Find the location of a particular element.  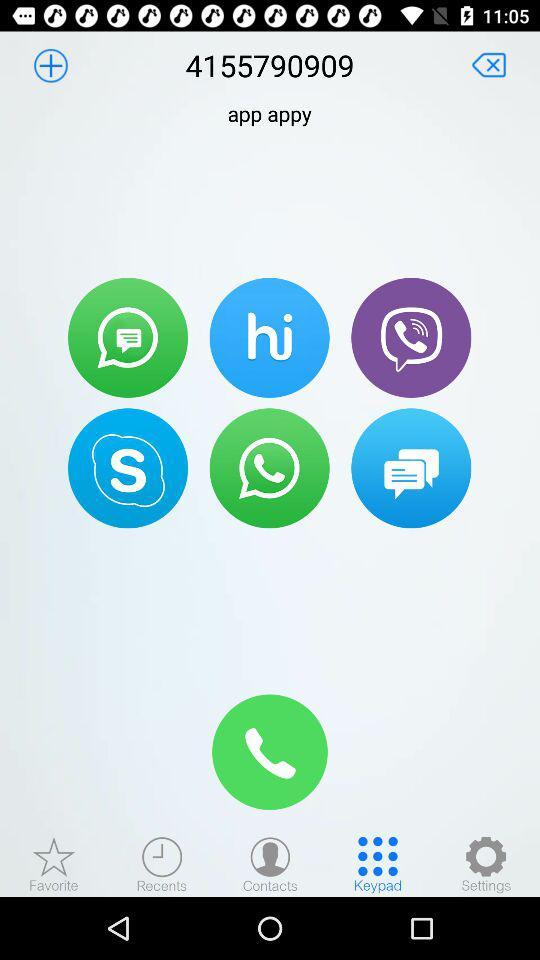

open skype app is located at coordinates (128, 468).